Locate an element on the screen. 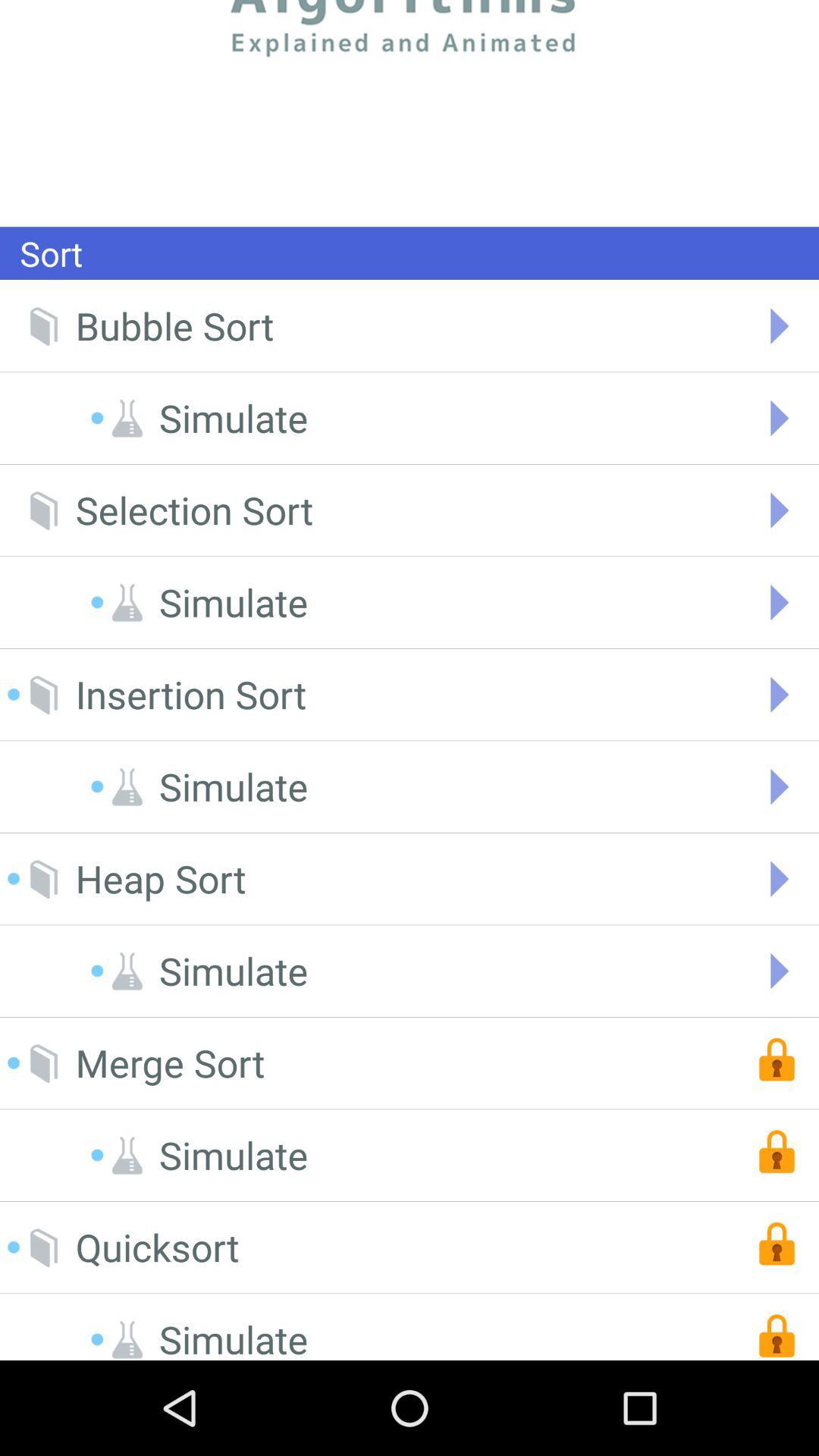 This screenshot has width=819, height=1456. the quicksort is located at coordinates (157, 1247).